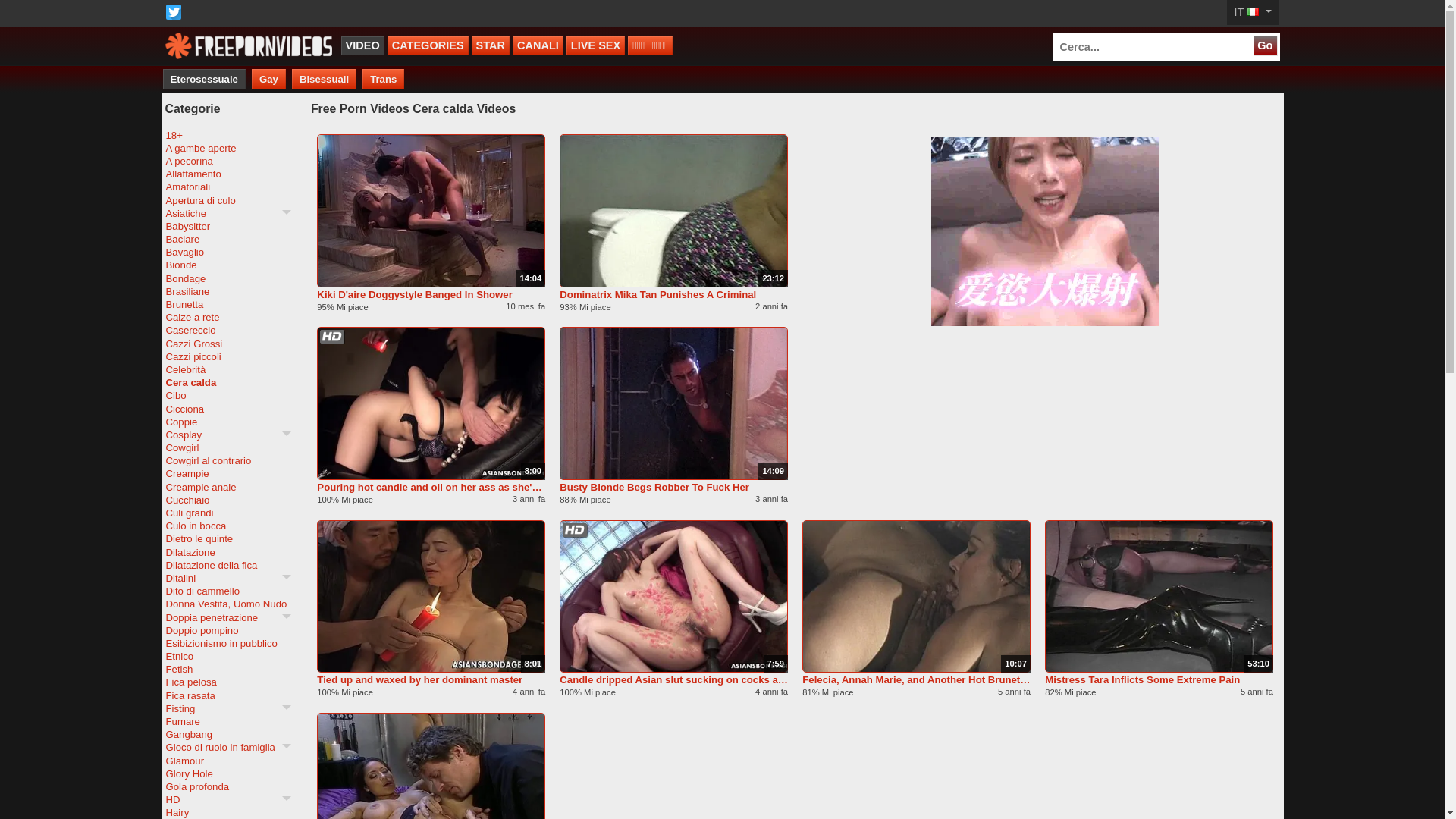  What do you see at coordinates (227, 773) in the screenshot?
I see `'Glory Hole'` at bounding box center [227, 773].